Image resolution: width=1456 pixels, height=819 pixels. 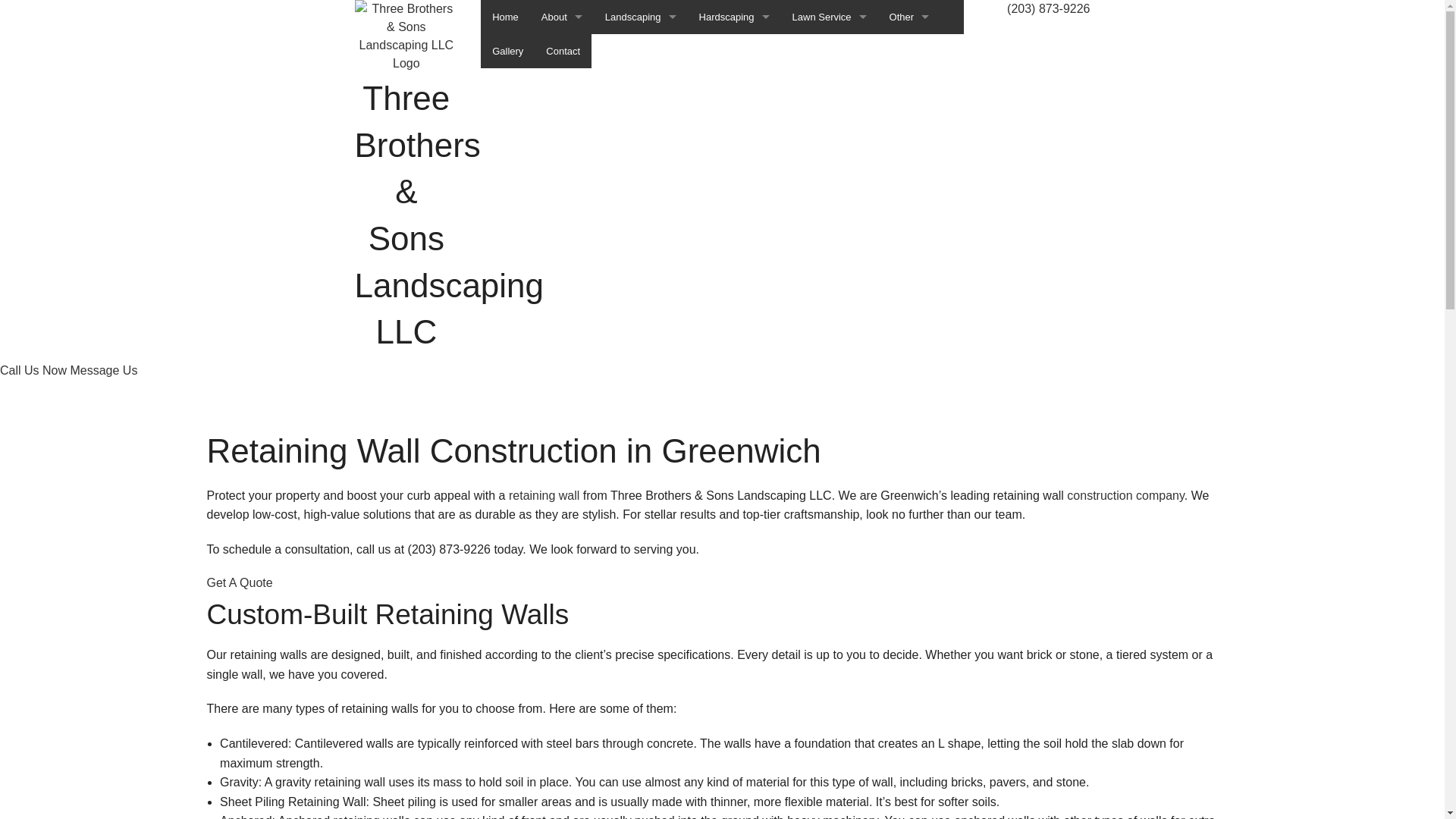 What do you see at coordinates (909, 118) in the screenshot?
I see `'Lawn Dethatching'` at bounding box center [909, 118].